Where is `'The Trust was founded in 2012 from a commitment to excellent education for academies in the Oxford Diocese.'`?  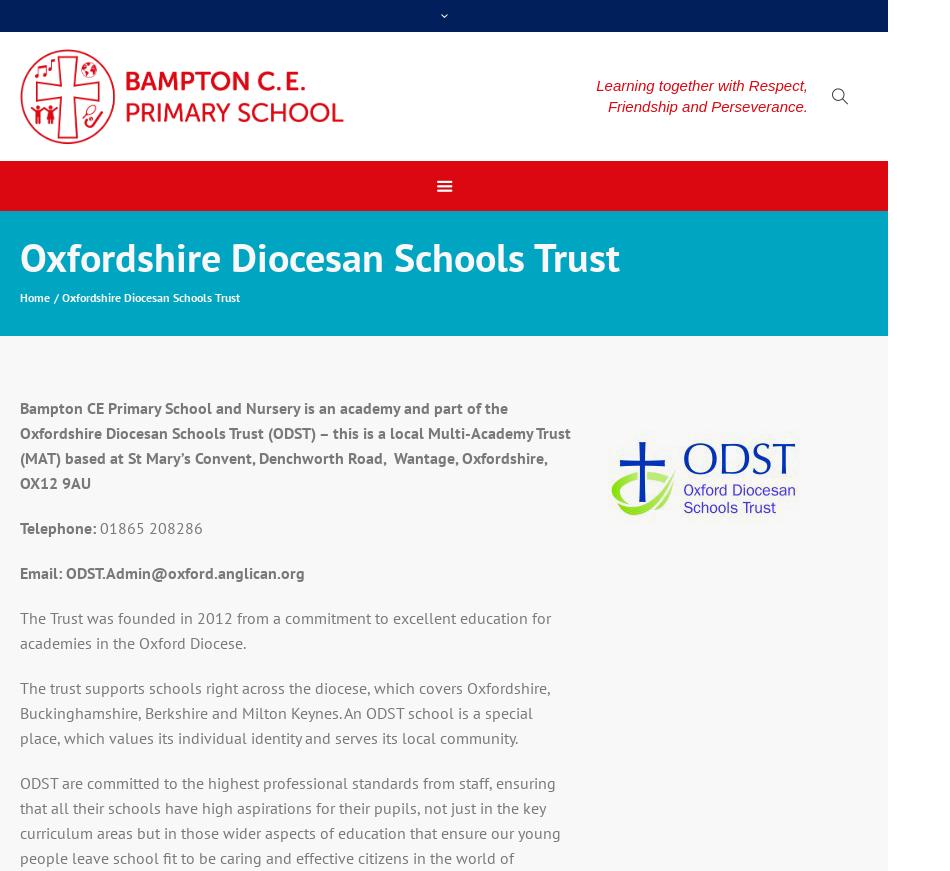 'The Trust was founded in 2012 from a commitment to excellent education for academies in the Oxford Diocese.' is located at coordinates (283, 629).